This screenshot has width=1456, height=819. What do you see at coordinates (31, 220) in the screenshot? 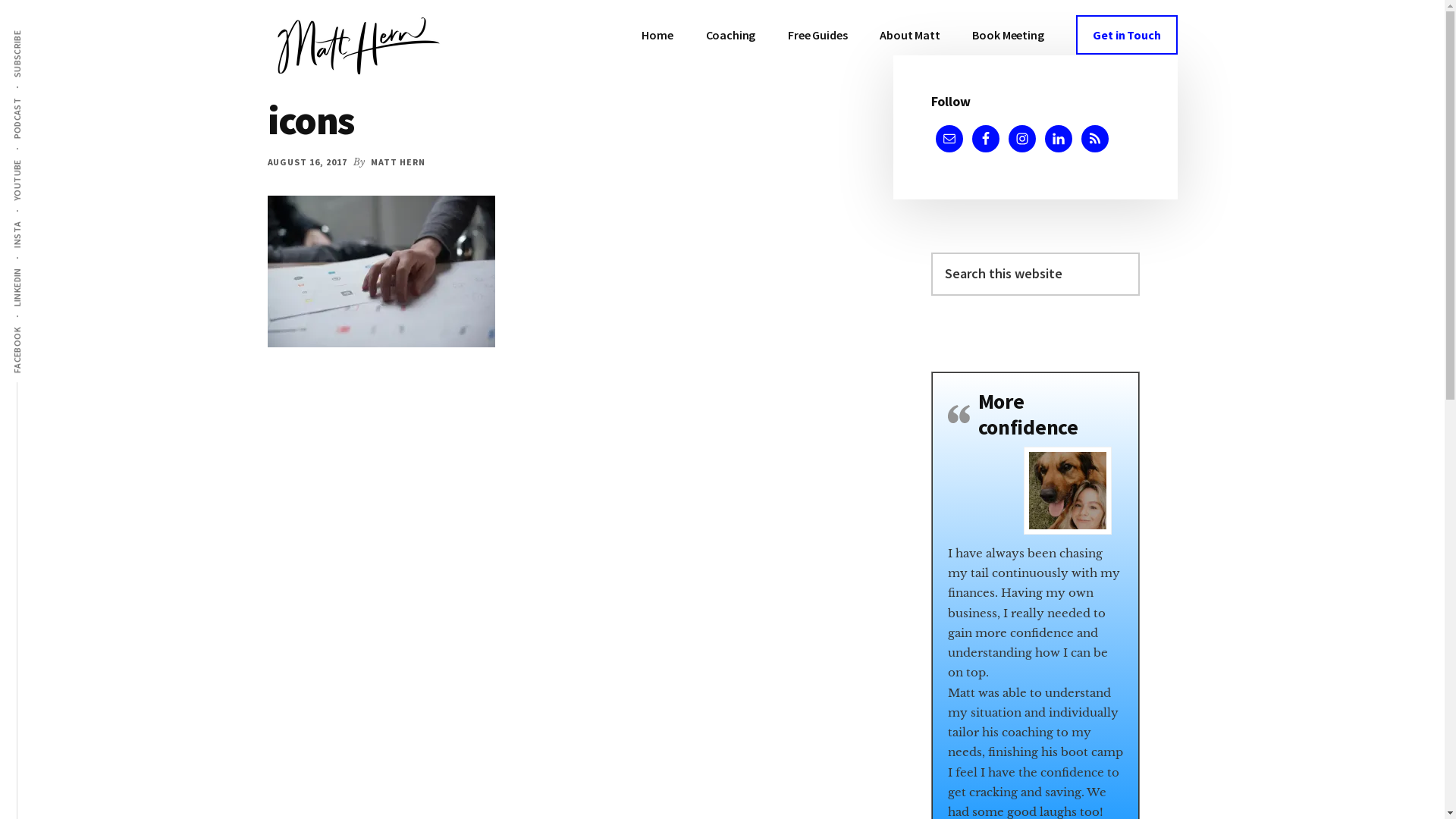
I see `'INSTA'` at bounding box center [31, 220].